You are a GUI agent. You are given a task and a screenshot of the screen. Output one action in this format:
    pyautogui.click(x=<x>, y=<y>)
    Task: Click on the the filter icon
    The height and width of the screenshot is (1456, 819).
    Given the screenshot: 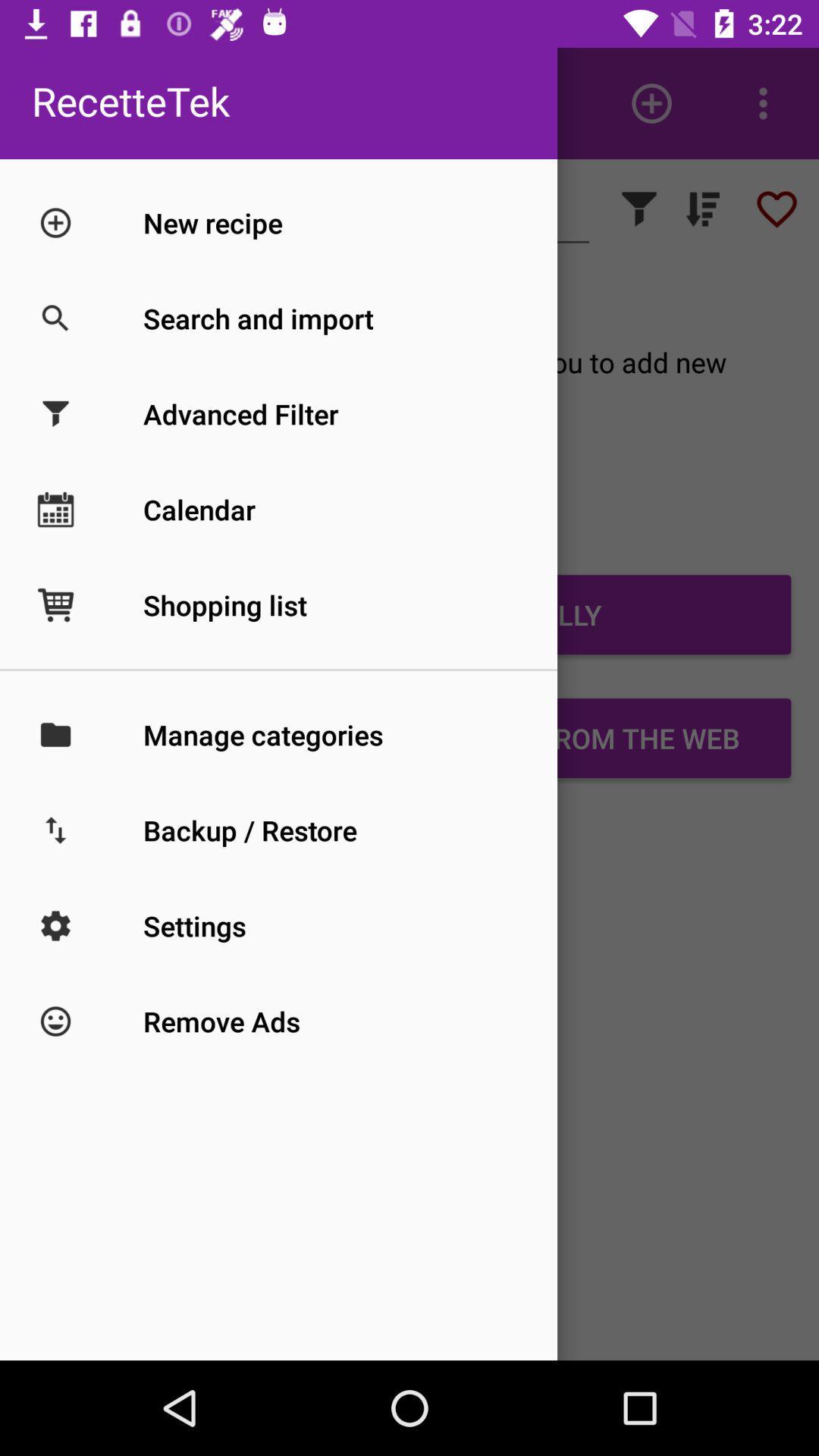 What is the action you would take?
    pyautogui.click(x=639, y=208)
    